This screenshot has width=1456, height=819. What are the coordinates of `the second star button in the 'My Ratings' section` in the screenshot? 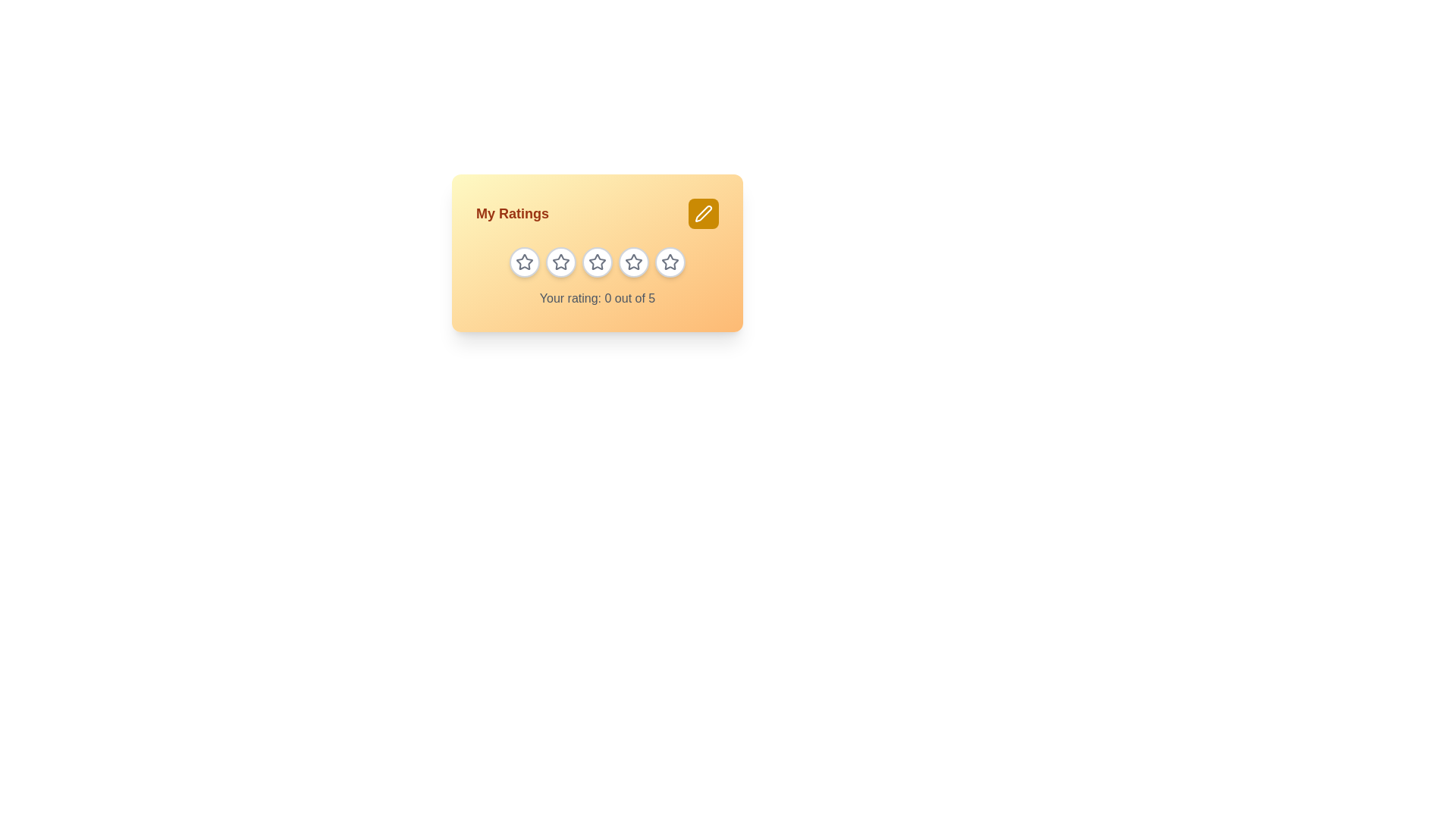 It's located at (560, 262).